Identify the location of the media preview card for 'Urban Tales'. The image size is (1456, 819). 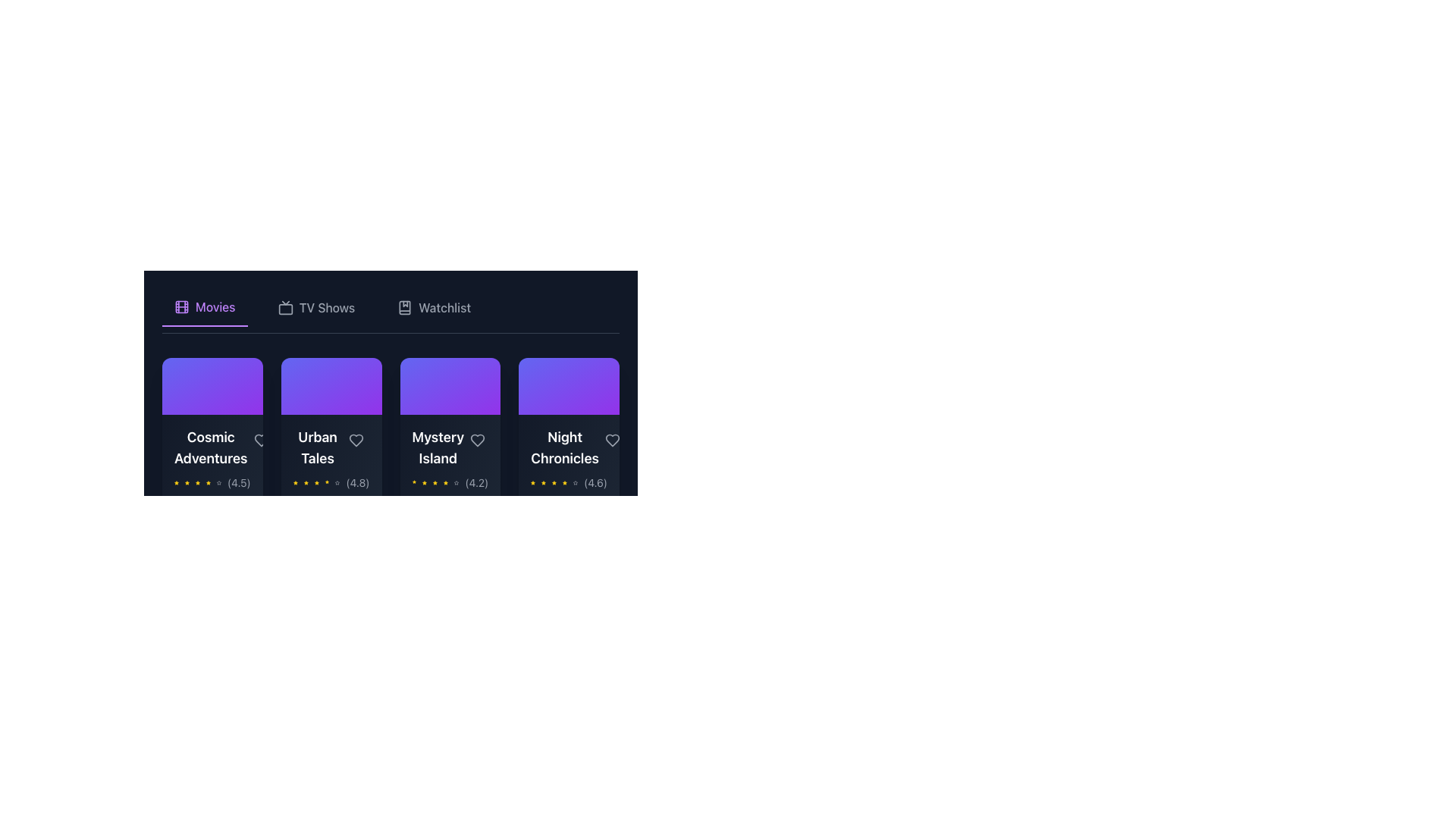
(331, 488).